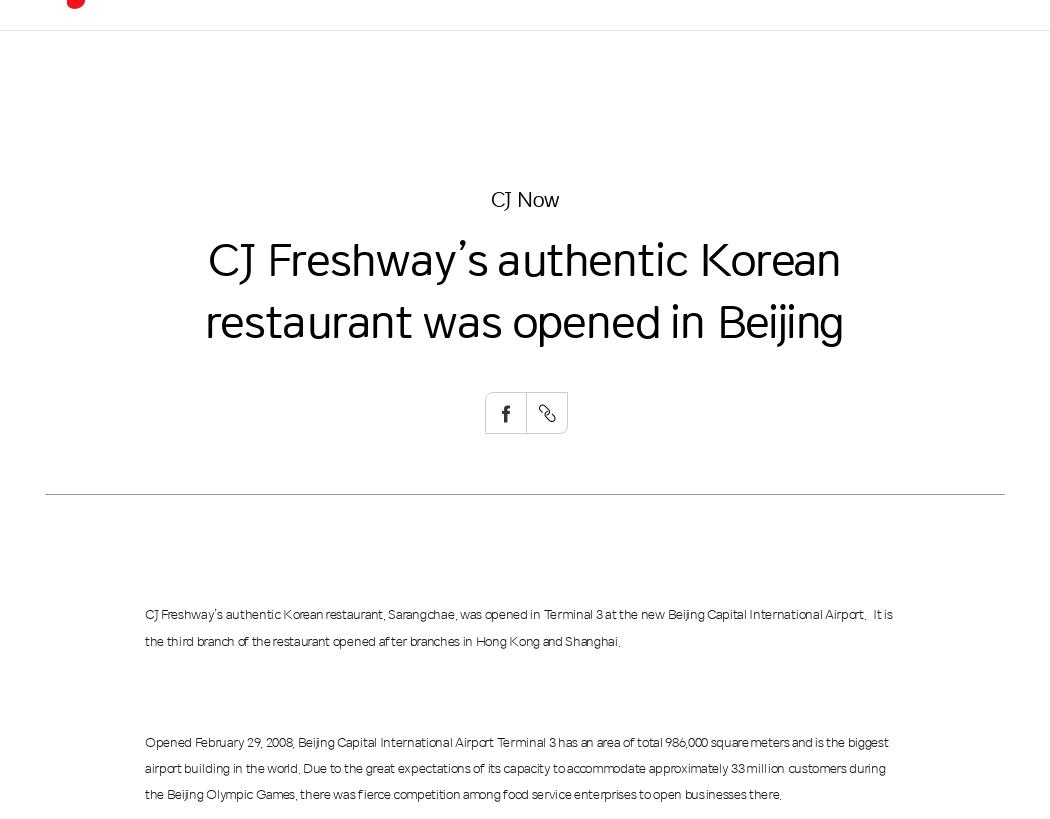 Image resolution: width=1050 pixels, height=819 pixels. Describe the element at coordinates (720, 156) in the screenshot. I see `'History'` at that location.